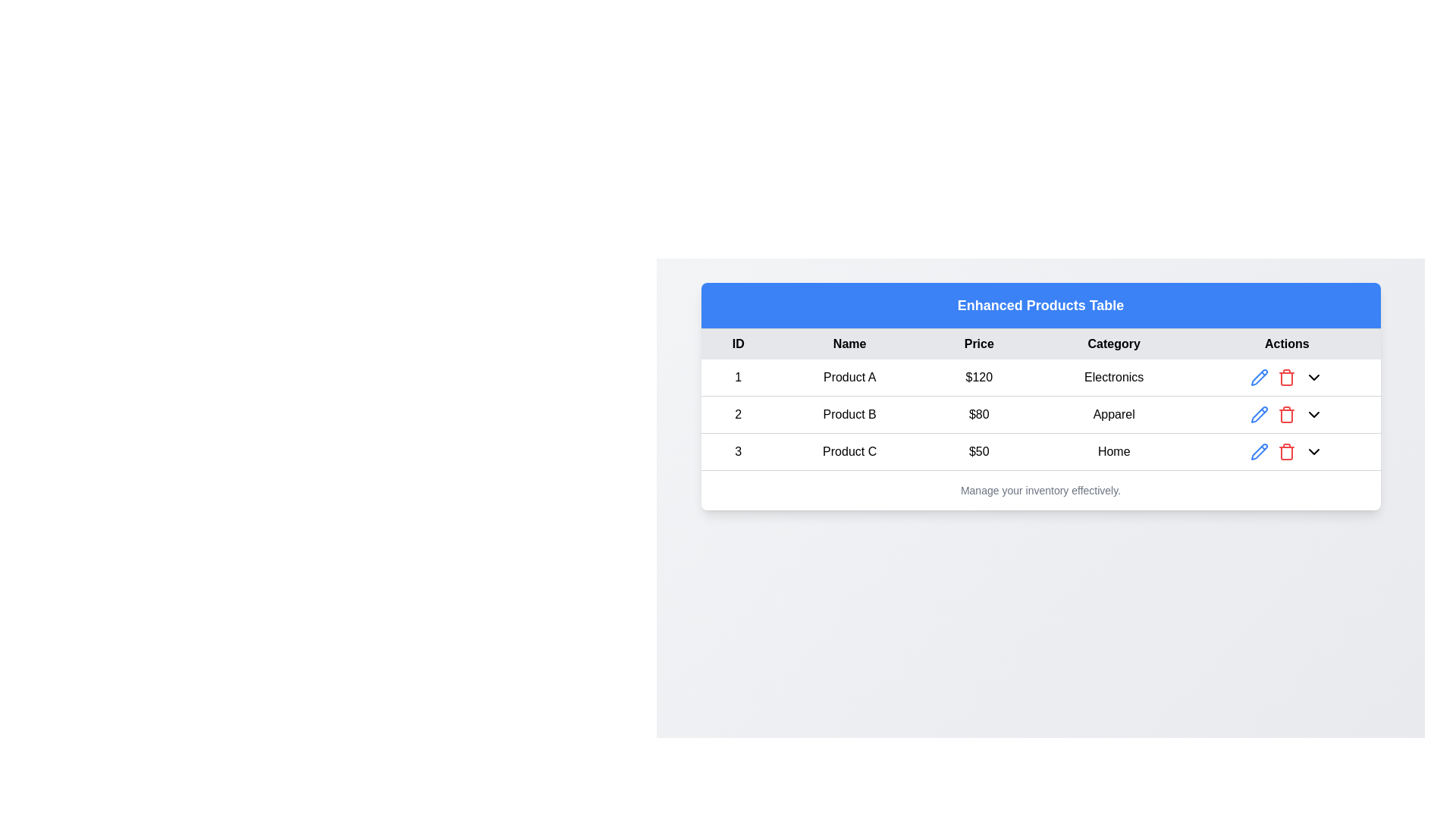 The image size is (1456, 819). I want to click on the 'Name' table header cell, which is centered and located between the 'ID' and 'Price' labels, displaying black text on a light gray background, so click(849, 344).